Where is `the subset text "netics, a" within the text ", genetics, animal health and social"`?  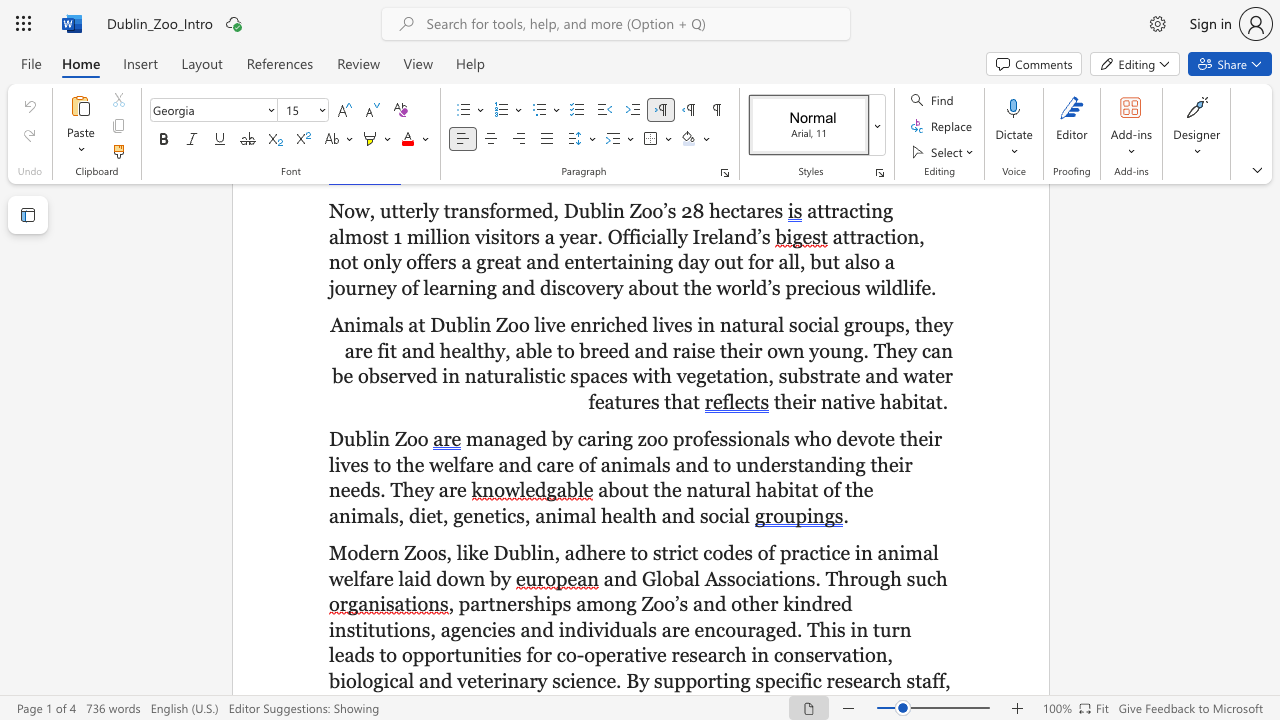
the subset text "netics, a" within the text ", genetics, animal health and social" is located at coordinates (471, 514).